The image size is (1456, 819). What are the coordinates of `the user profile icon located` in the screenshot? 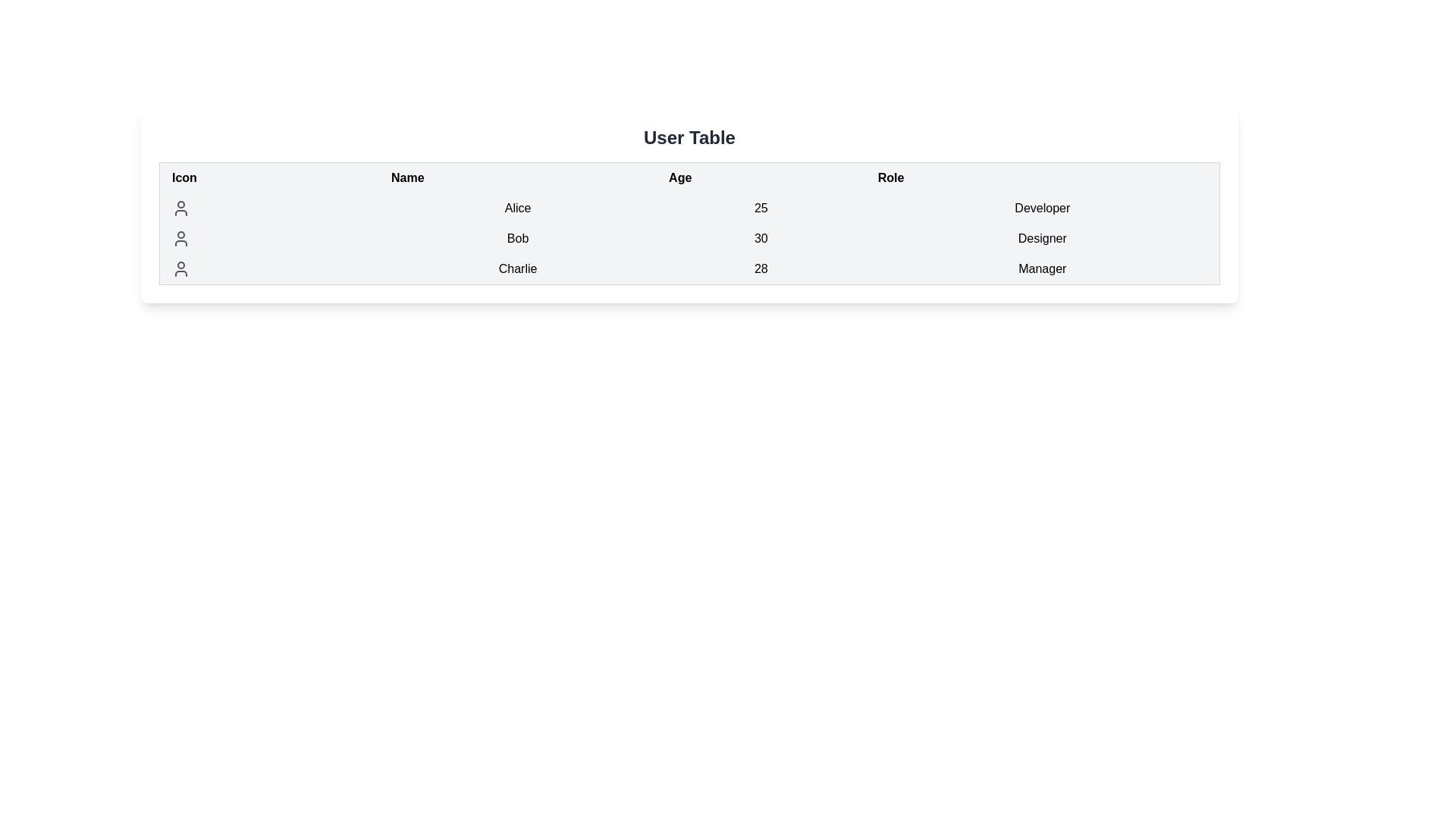 It's located at (181, 239).